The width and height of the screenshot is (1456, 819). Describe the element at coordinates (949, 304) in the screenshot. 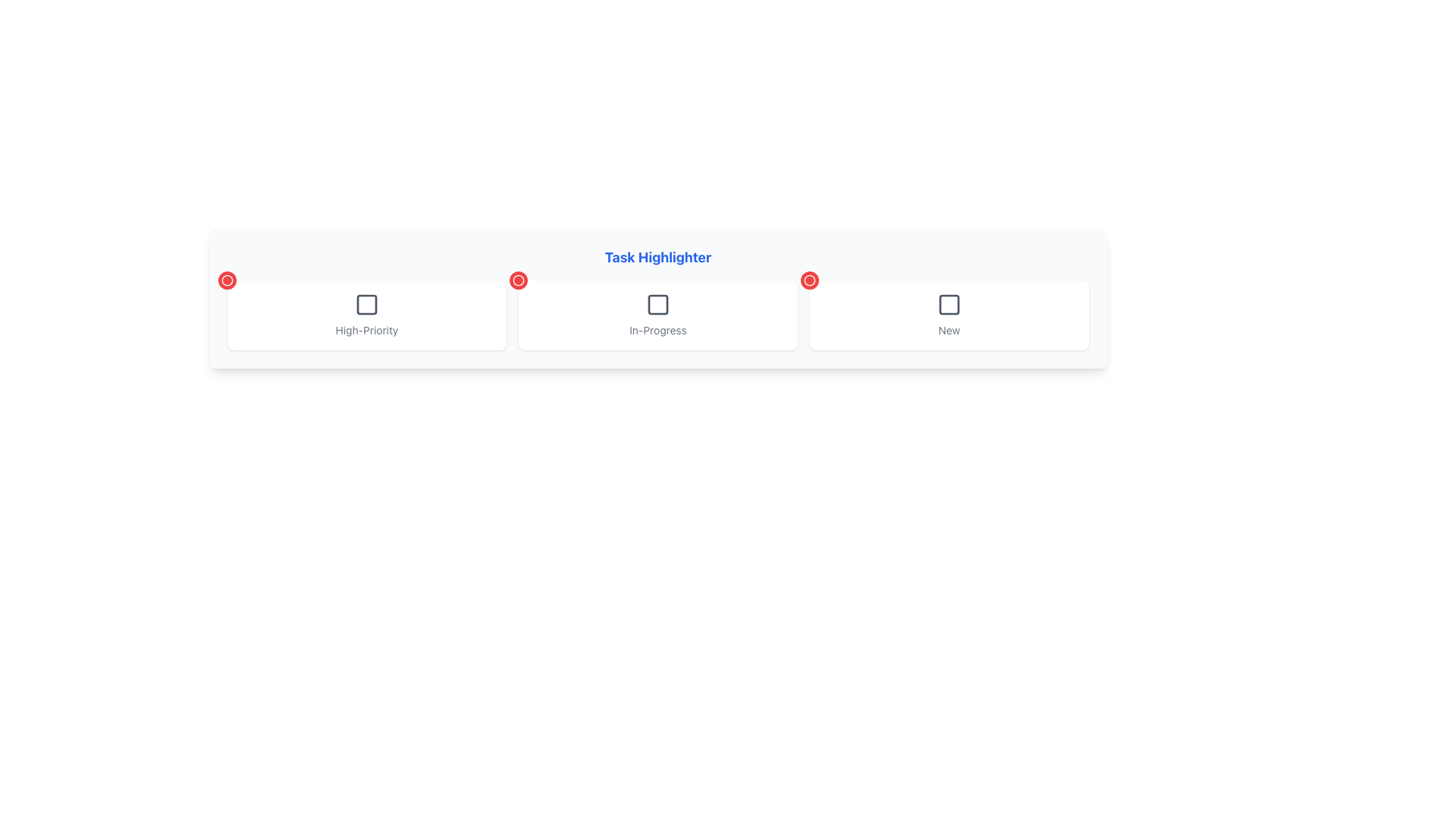

I see `the square-shaped icon with a hollow center and rounded corners, located in the rightmost card labeled 'New'` at that location.